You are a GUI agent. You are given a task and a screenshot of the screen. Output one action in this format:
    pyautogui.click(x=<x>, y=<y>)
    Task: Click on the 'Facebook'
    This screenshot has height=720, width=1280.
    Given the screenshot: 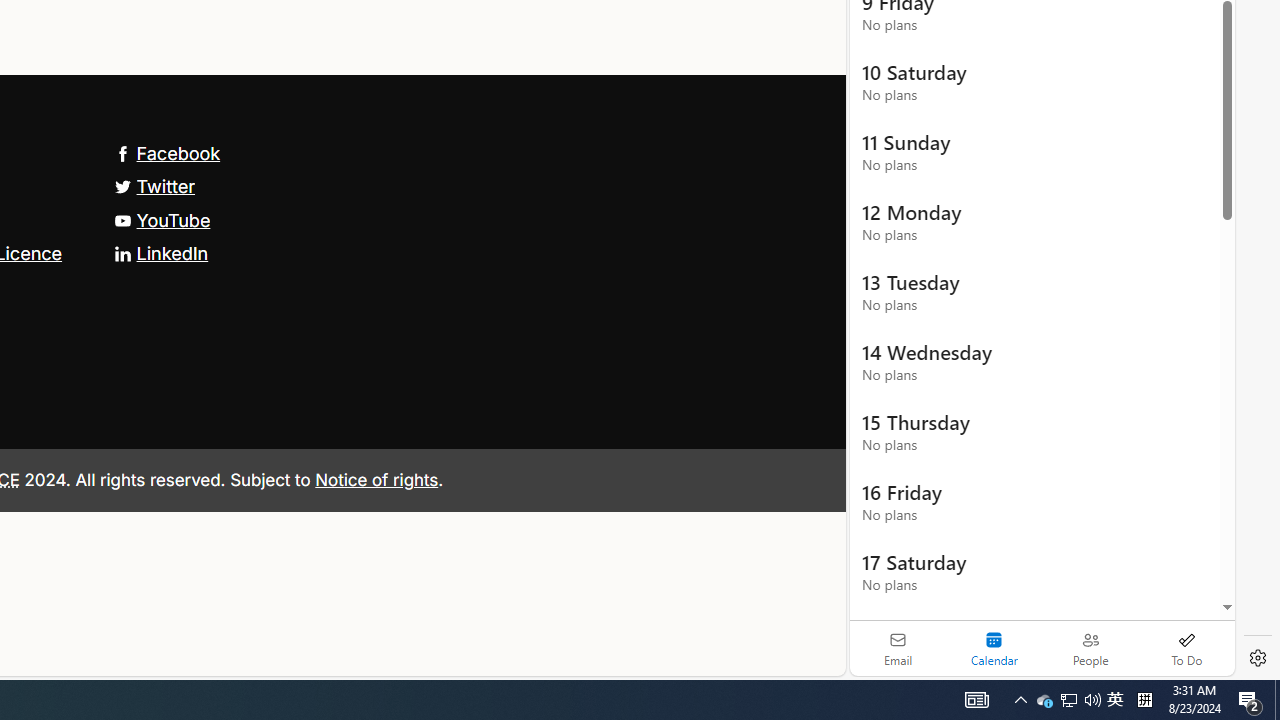 What is the action you would take?
    pyautogui.click(x=167, y=152)
    